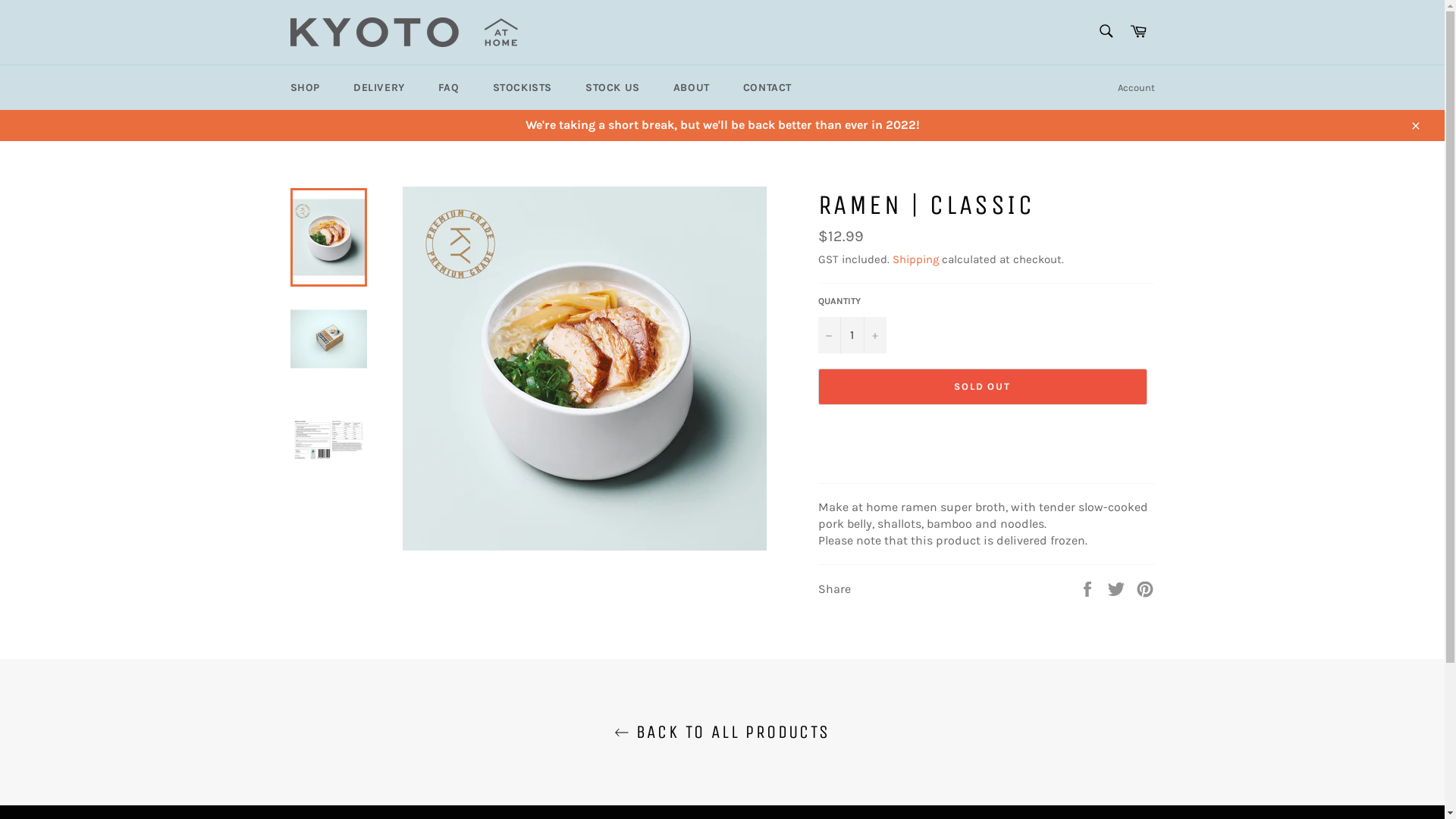  Describe the element at coordinates (612, 87) in the screenshot. I see `'STOCK US'` at that location.